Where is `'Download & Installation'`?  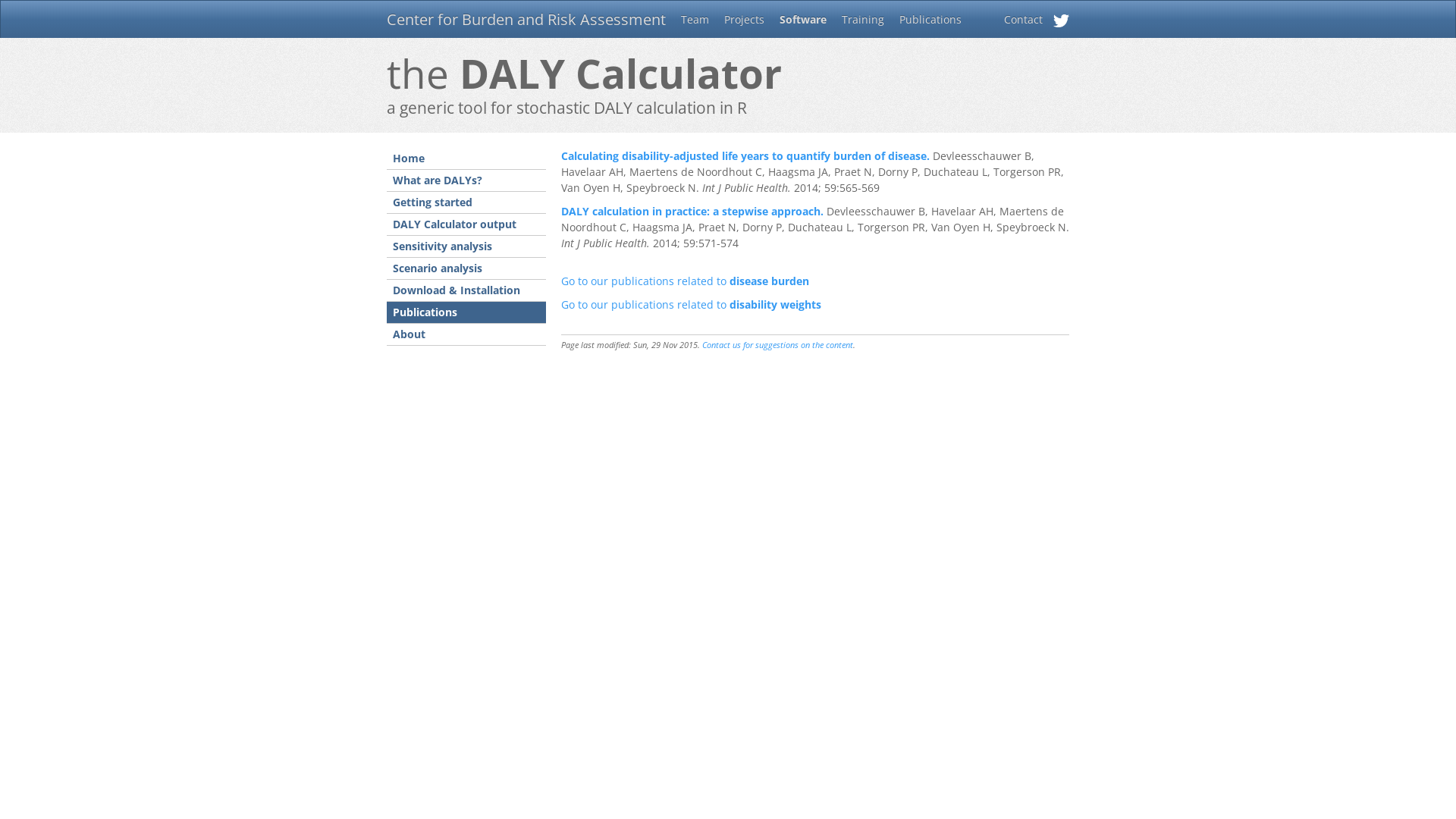
'Download & Installation' is located at coordinates (465, 290).